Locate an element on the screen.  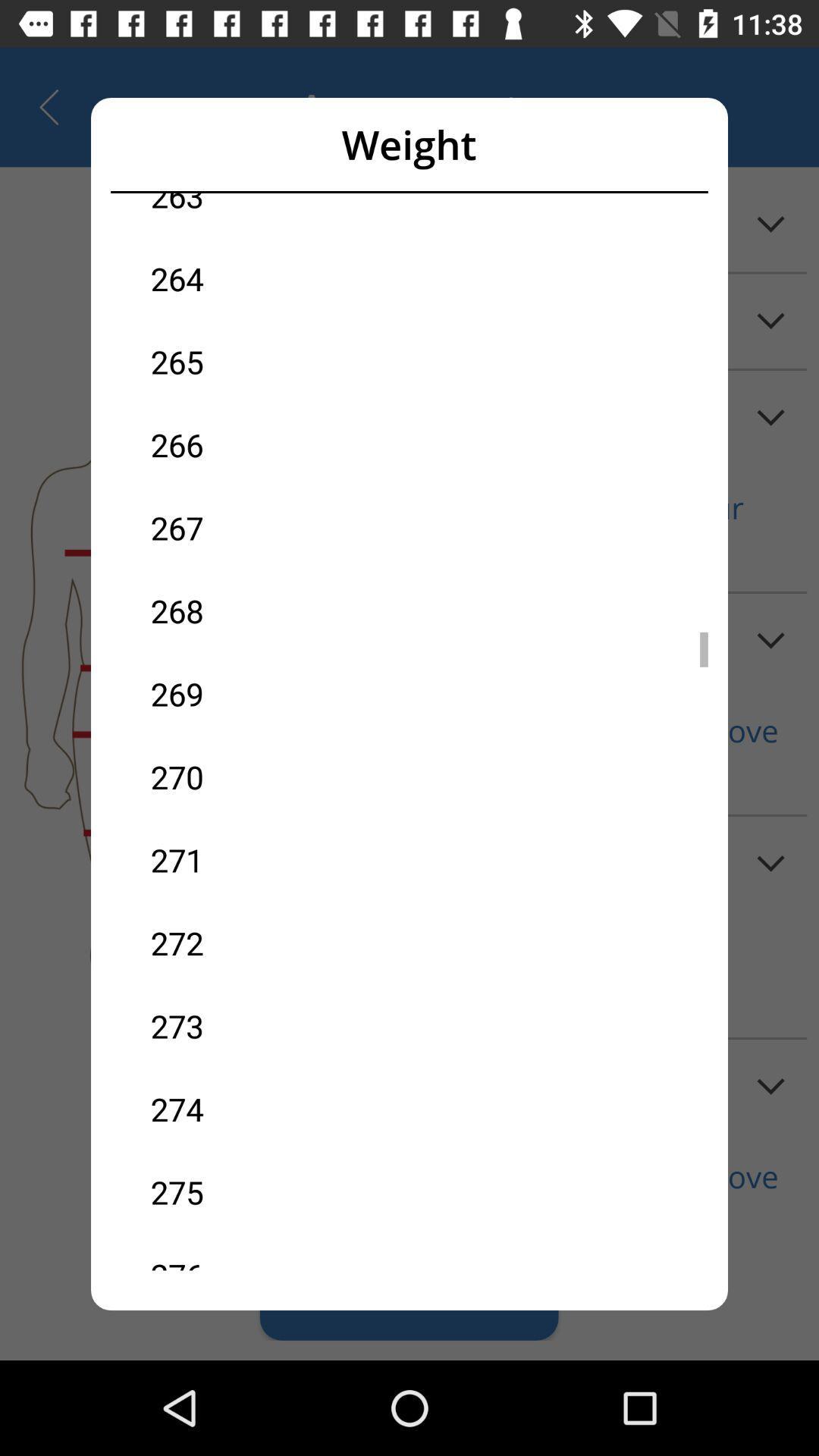
273 is located at coordinates (280, 1026).